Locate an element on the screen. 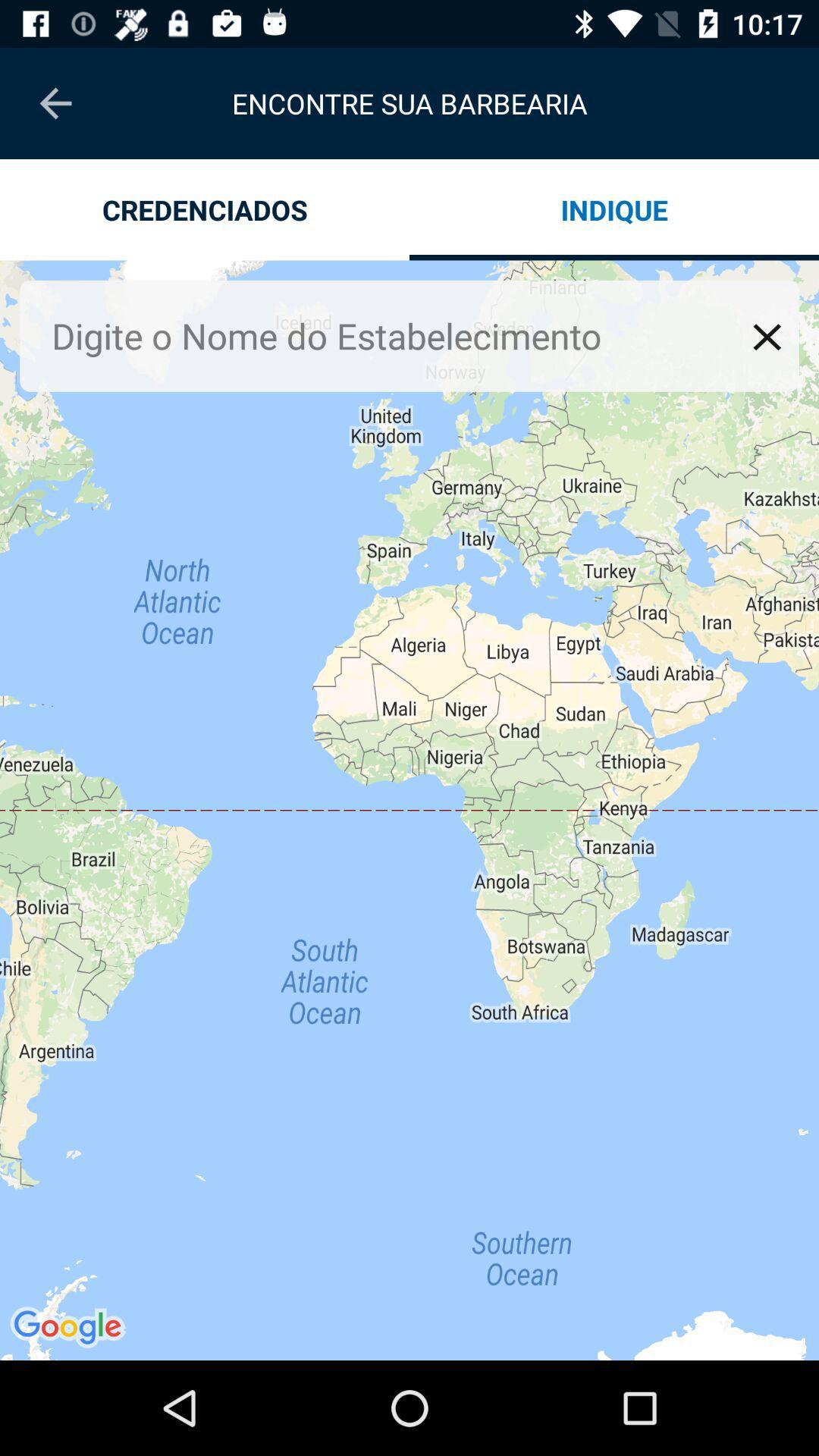  clear search is located at coordinates (767, 336).